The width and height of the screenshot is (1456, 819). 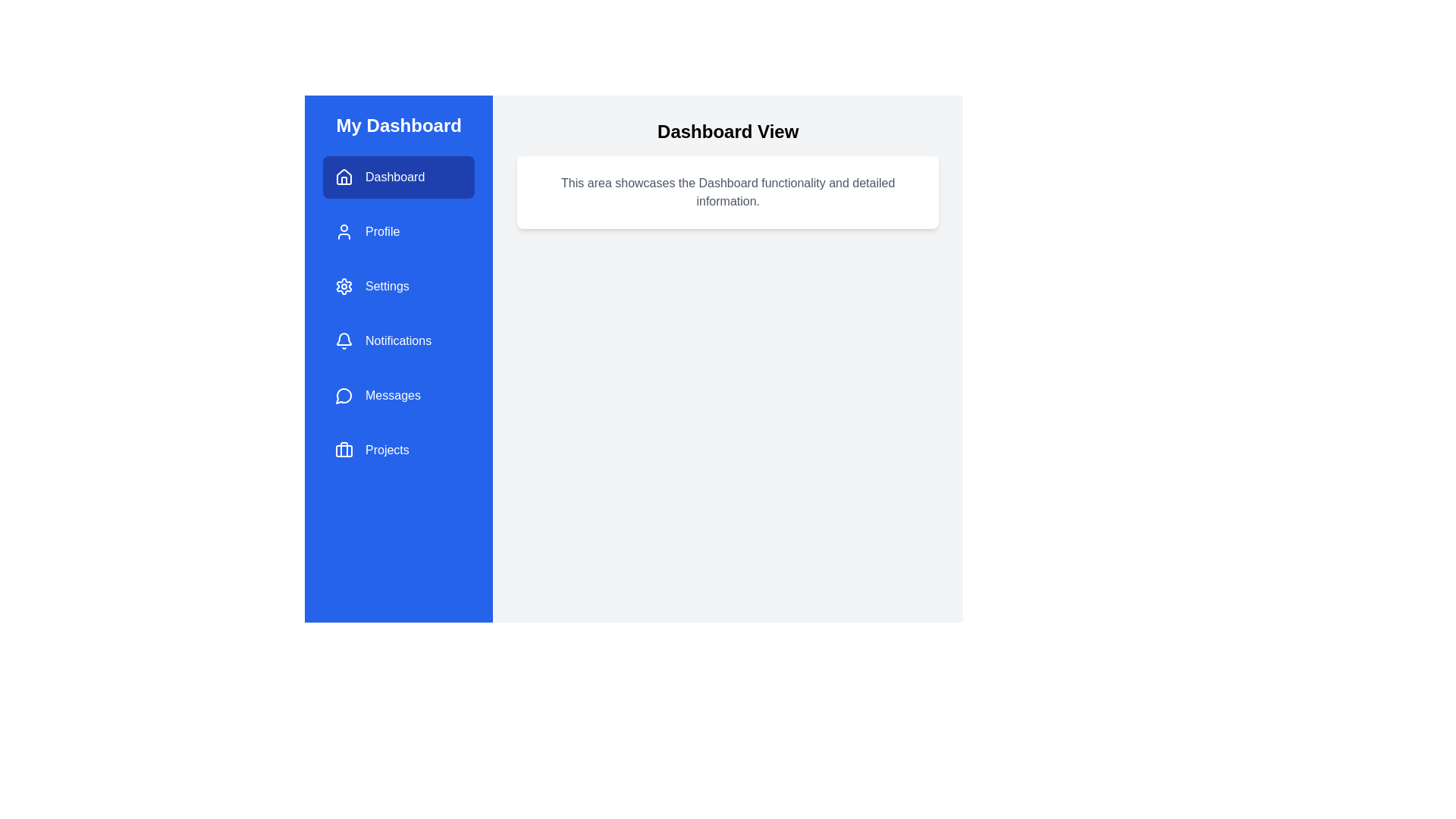 What do you see at coordinates (399, 394) in the screenshot?
I see `the menu item Messages` at bounding box center [399, 394].